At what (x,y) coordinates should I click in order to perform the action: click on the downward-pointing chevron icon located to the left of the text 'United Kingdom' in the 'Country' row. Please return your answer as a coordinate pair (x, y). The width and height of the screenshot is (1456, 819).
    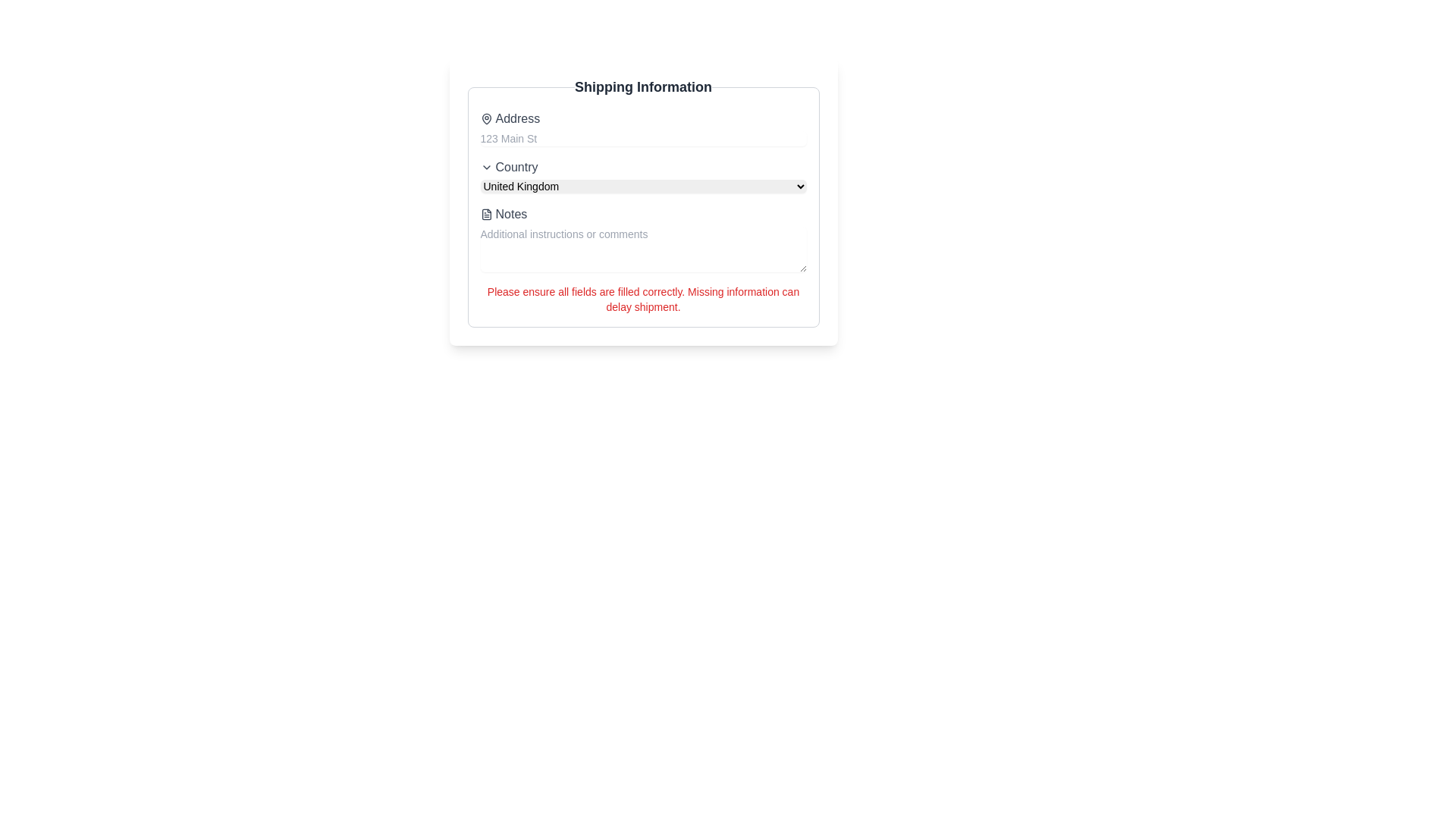
    Looking at the image, I should click on (486, 167).